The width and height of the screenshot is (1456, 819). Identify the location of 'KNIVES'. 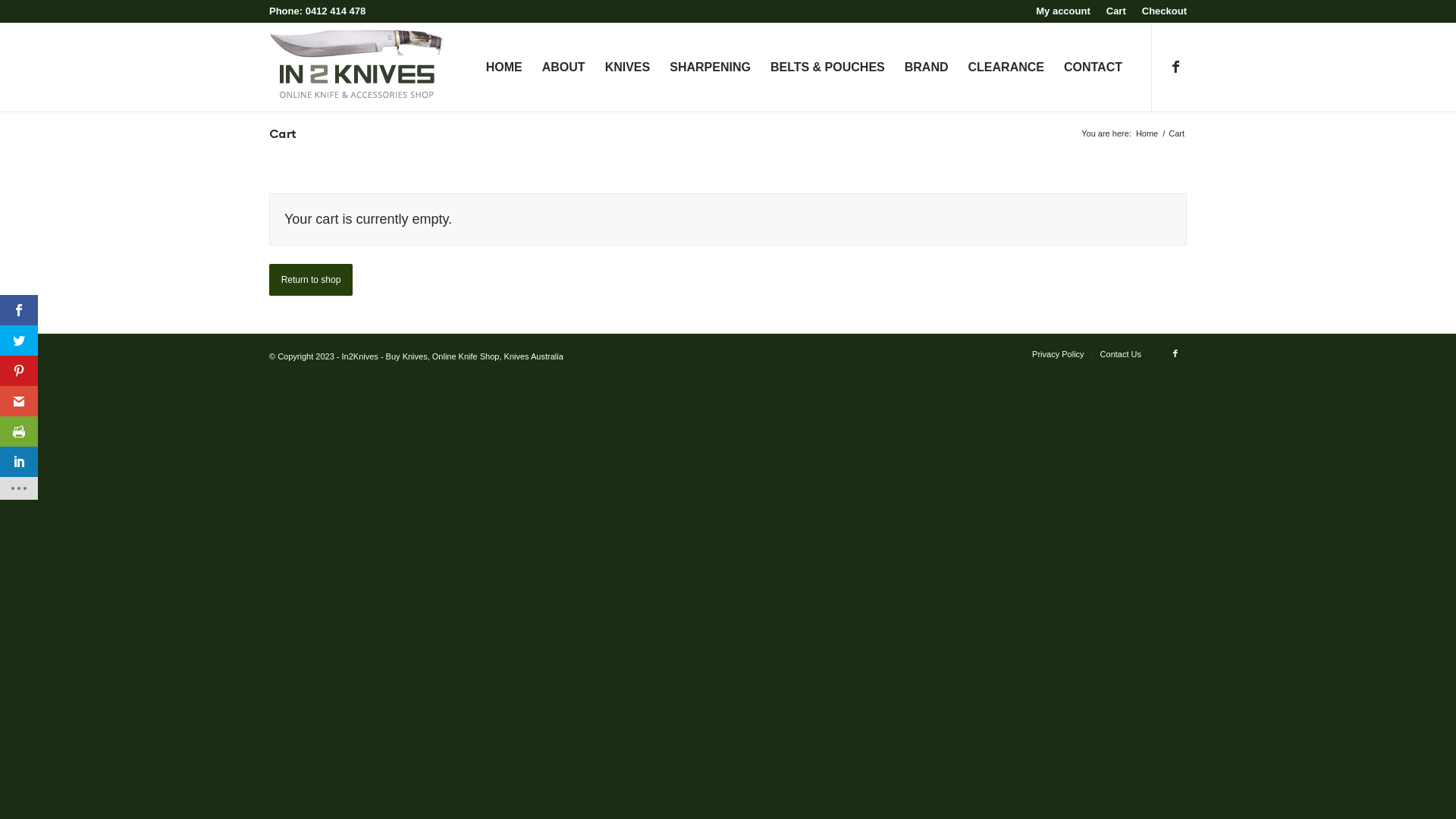
(595, 66).